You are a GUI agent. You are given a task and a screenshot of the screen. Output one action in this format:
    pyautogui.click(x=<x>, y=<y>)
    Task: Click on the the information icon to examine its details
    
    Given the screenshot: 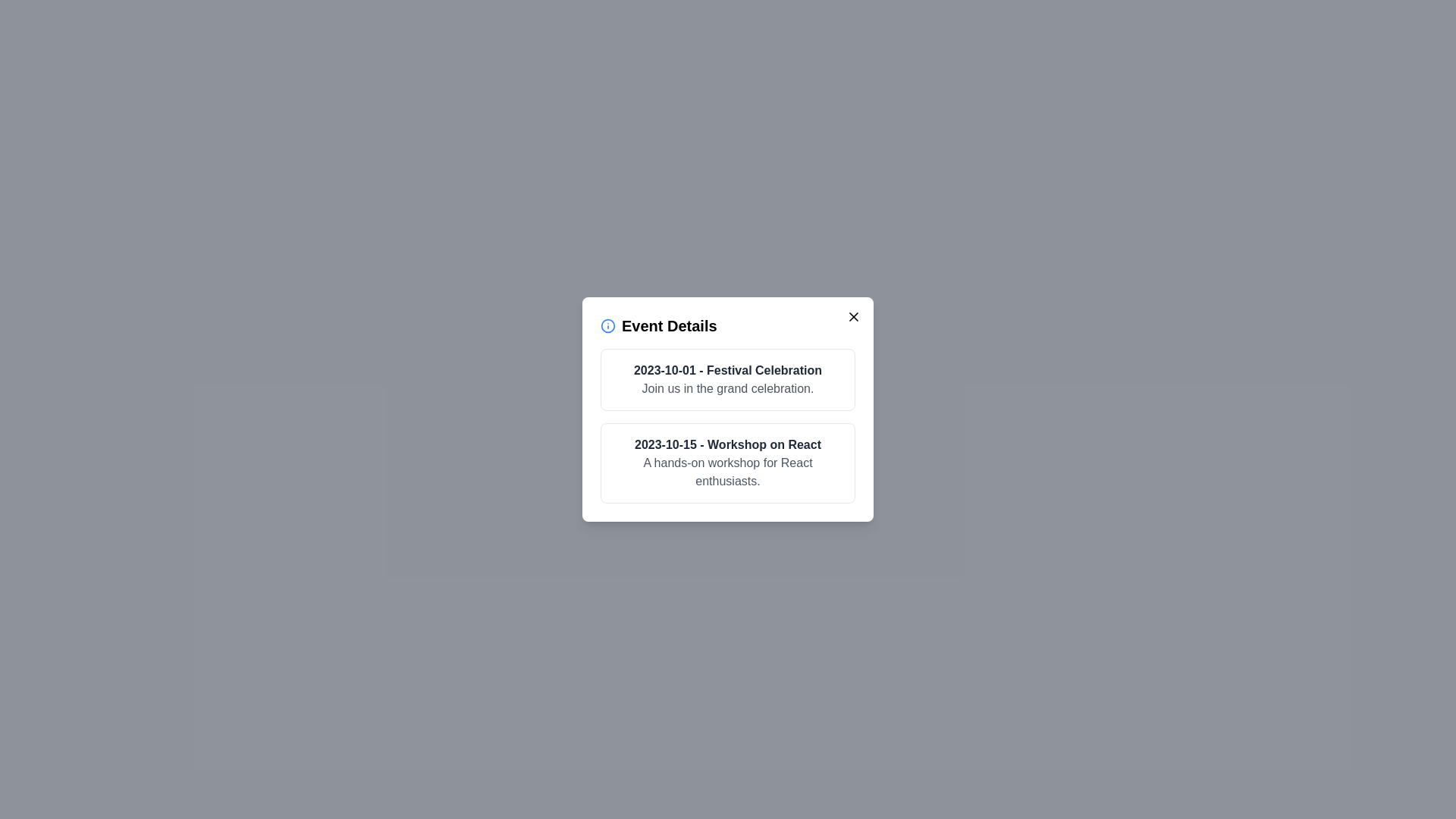 What is the action you would take?
    pyautogui.click(x=607, y=325)
    